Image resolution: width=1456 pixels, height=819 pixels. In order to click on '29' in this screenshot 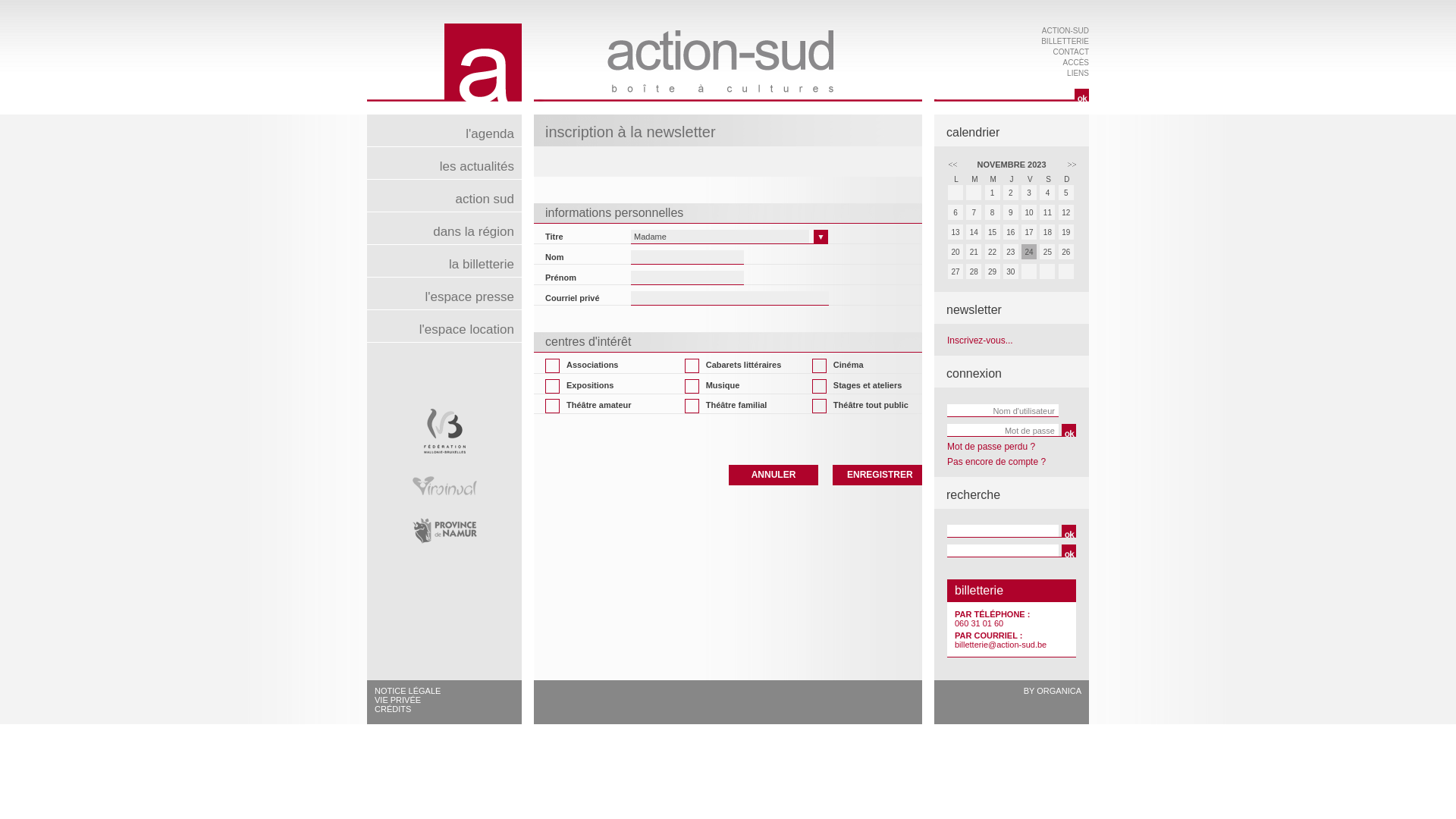, I will do `click(993, 271)`.